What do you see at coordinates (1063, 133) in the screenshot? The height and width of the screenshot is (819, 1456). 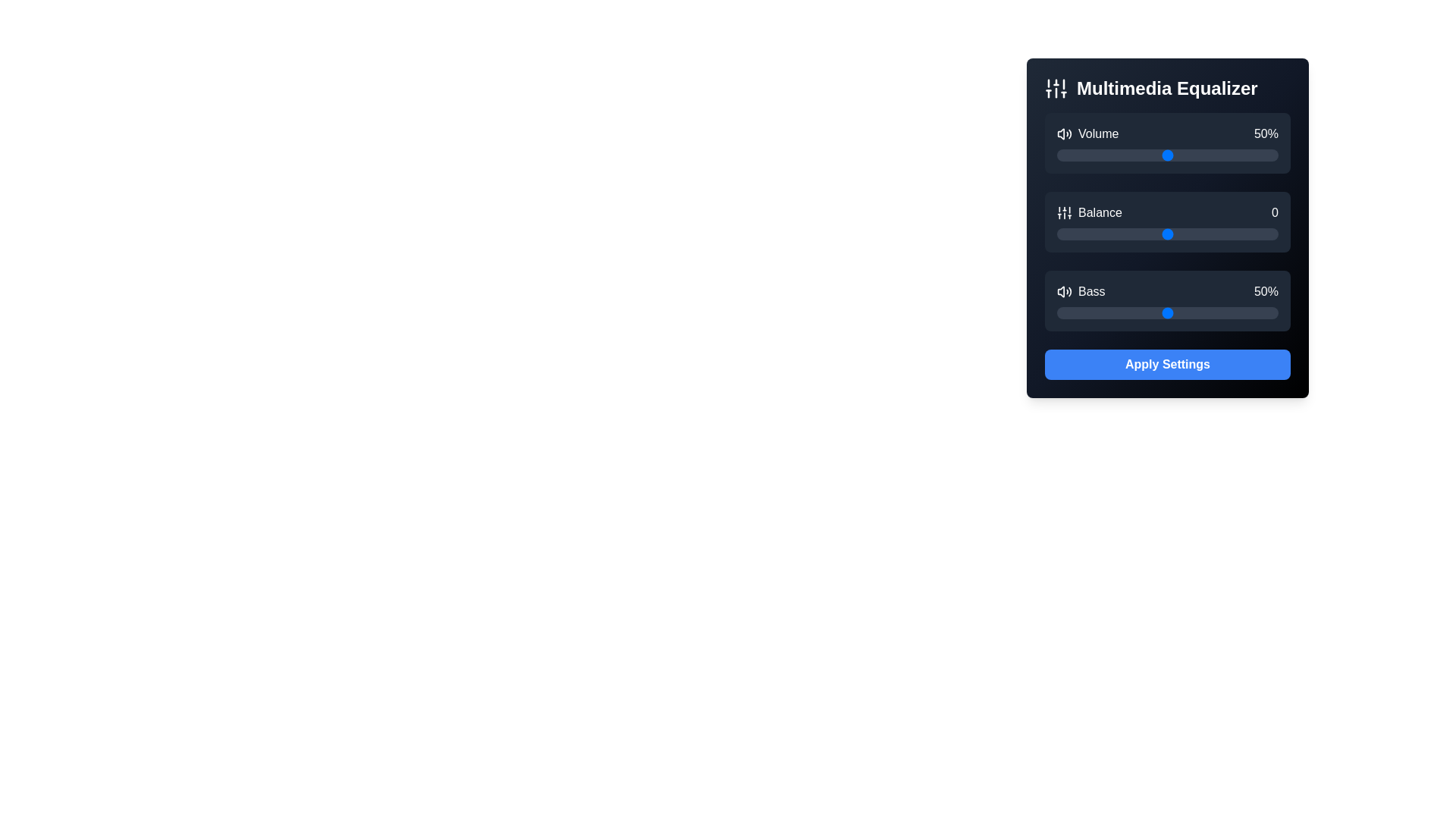 I see `the Volume control icon located to the left of the 'Volume' text in the settings panel` at bounding box center [1063, 133].